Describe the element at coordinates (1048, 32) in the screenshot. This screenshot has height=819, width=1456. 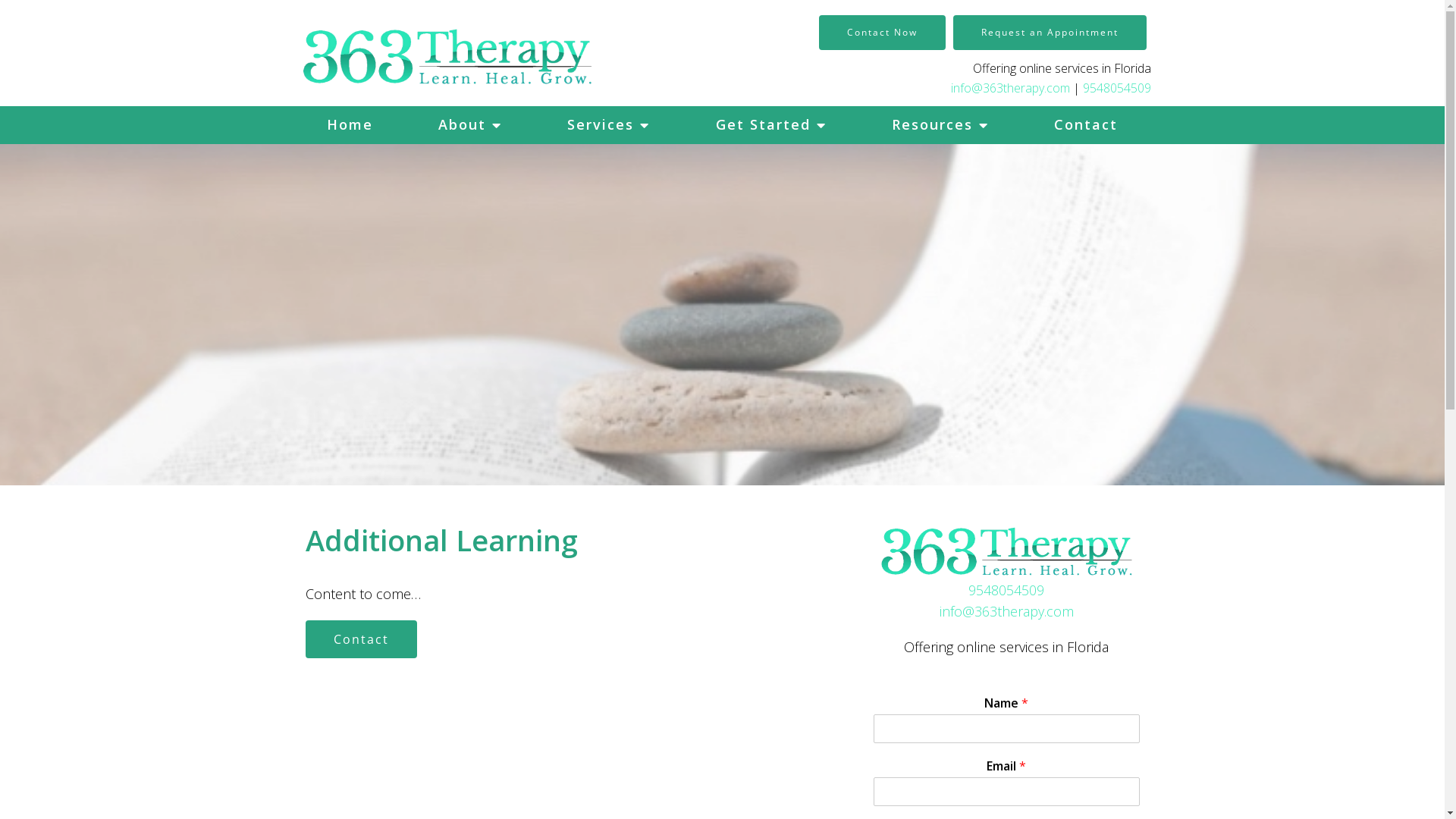
I see `'Request an Appointment'` at that location.